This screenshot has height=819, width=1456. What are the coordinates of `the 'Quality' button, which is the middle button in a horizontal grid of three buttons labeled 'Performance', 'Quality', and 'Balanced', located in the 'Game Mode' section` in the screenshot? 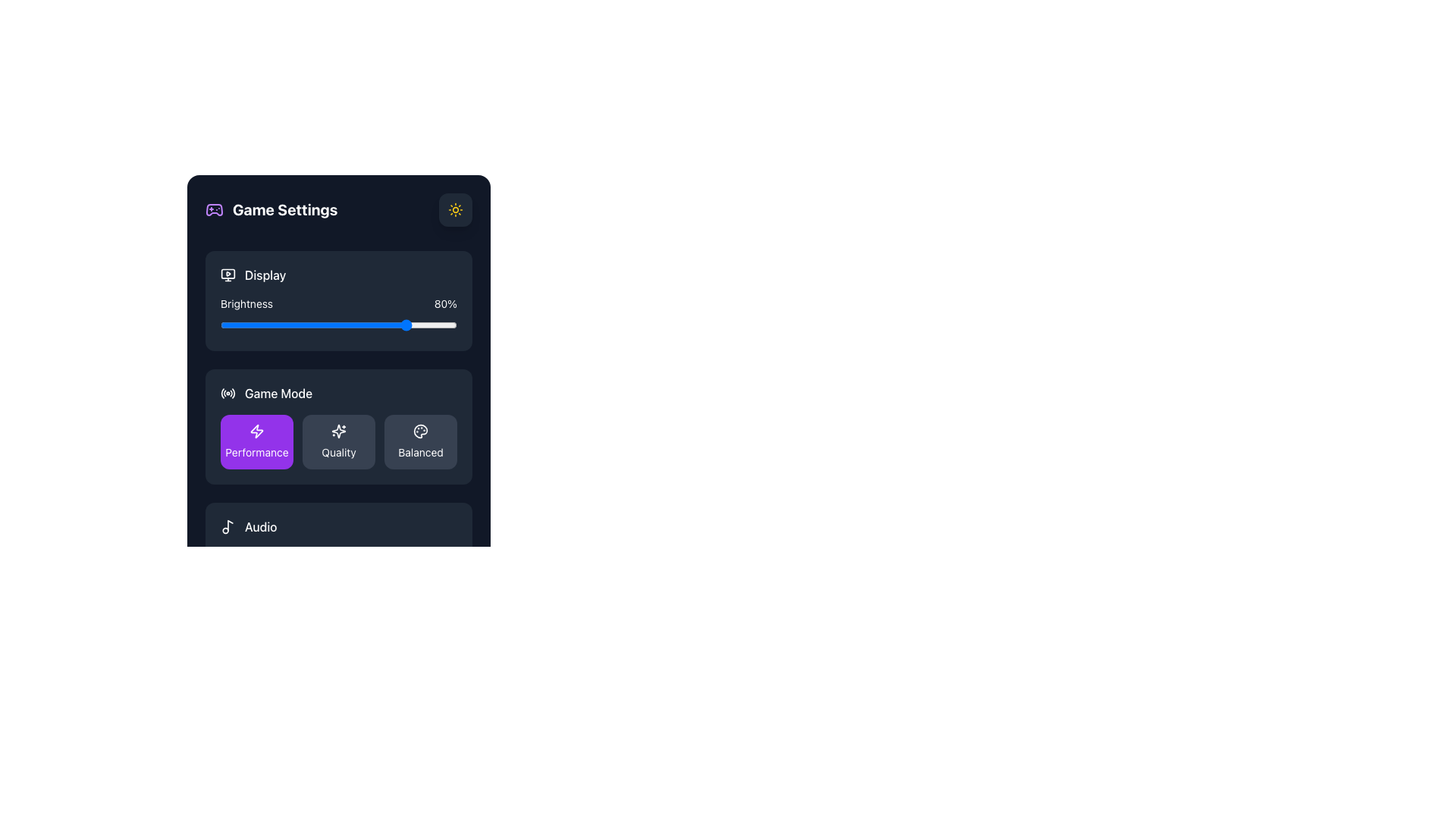 It's located at (337, 441).